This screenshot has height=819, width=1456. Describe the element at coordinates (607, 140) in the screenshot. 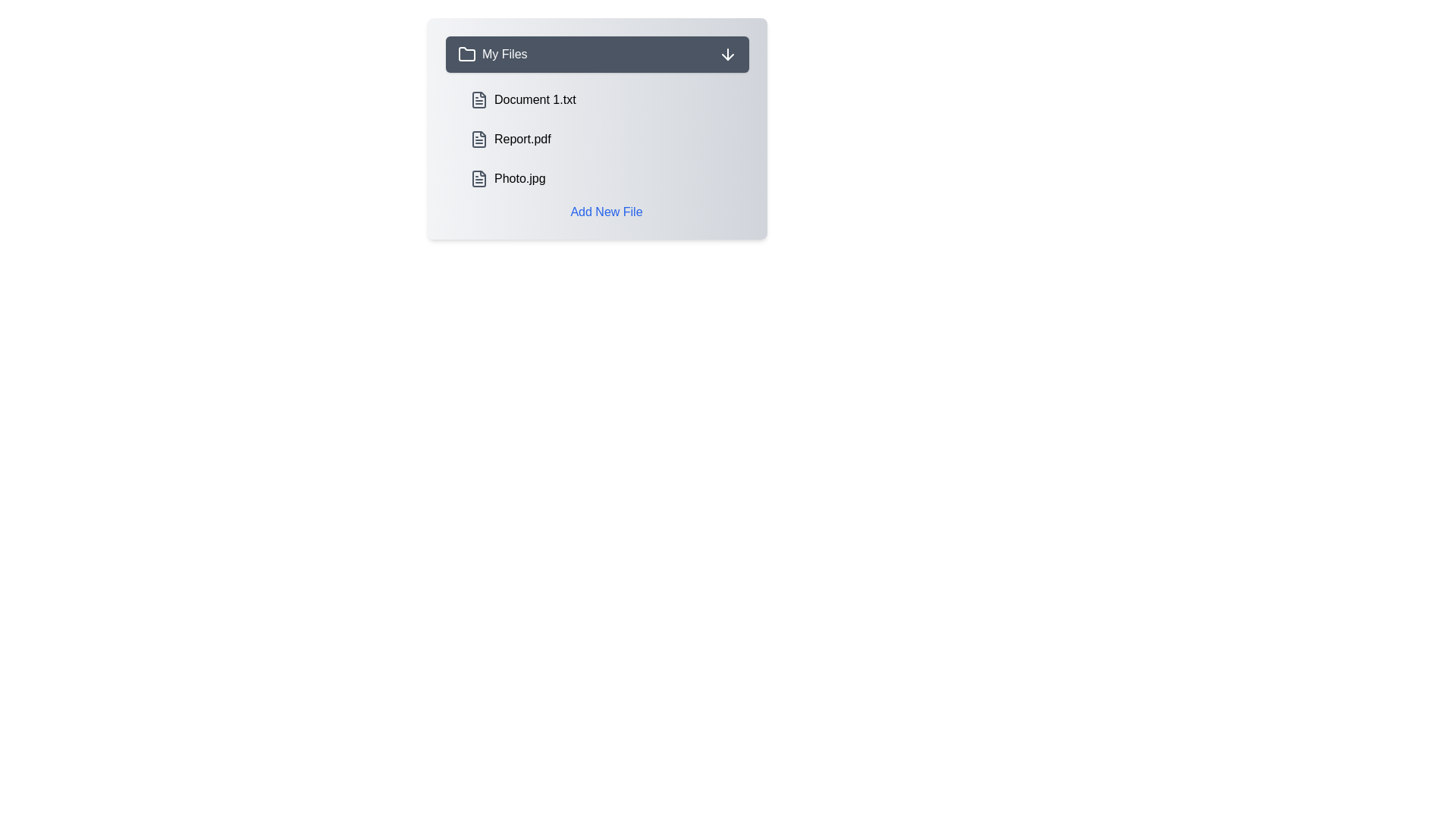

I see `the file named Report.pdf to highlight it` at that location.